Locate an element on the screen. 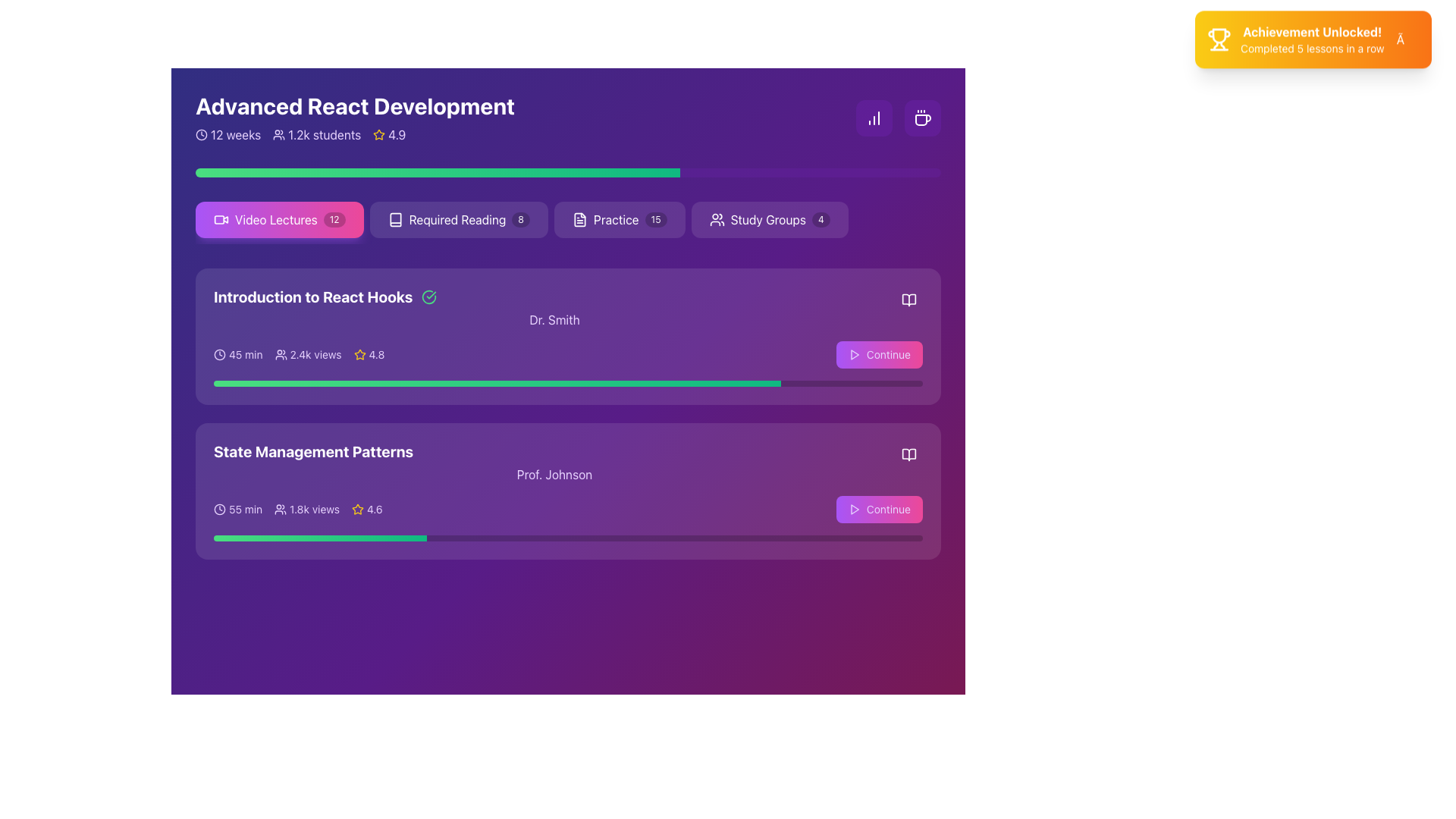  the Notification card displaying 'Achievement Unlocked!' with a trophy icon and a dismiss button in the top-right corner of the interface is located at coordinates (1313, 45).